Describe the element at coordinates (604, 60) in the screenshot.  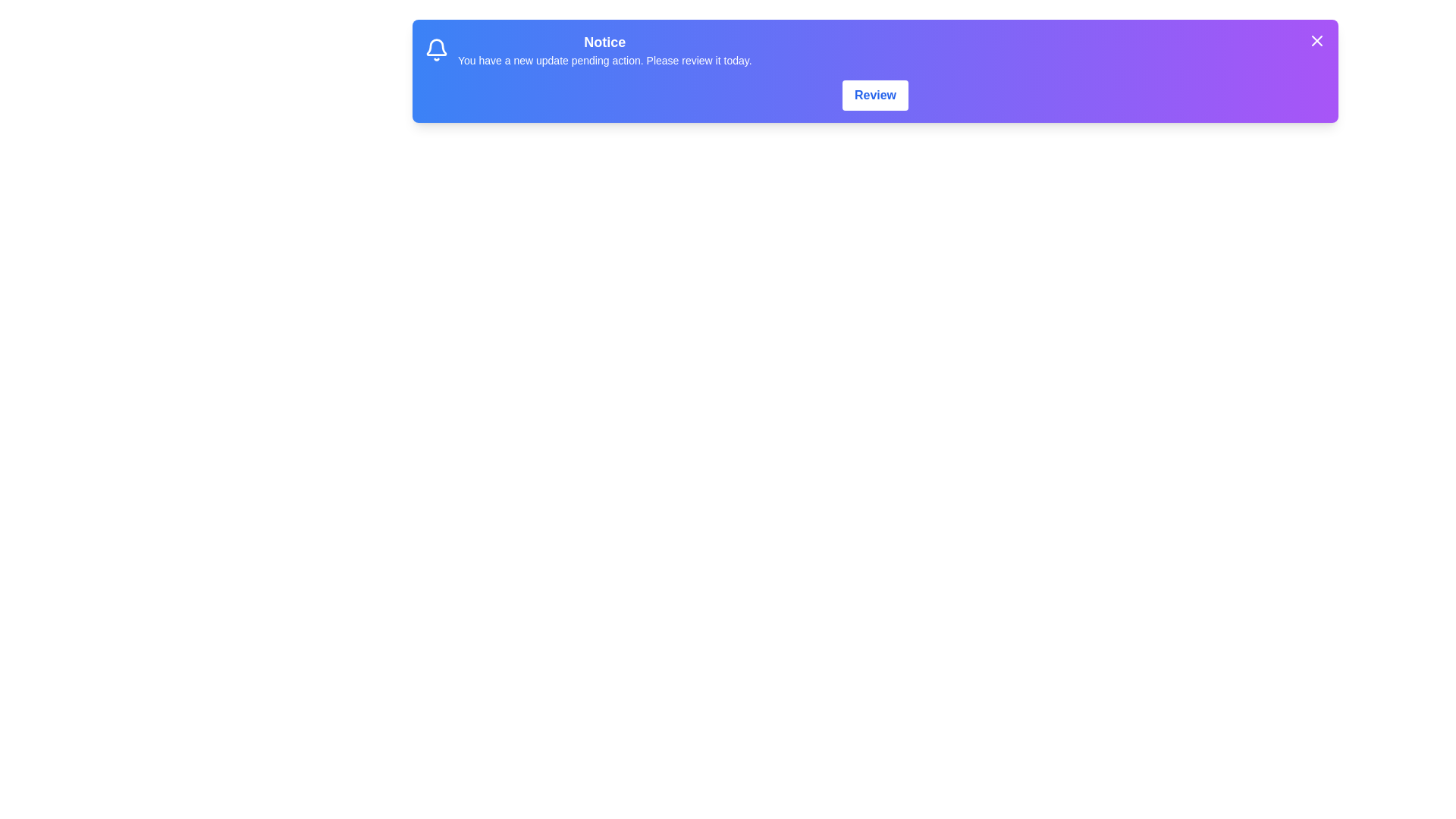
I see `text label that says 'You have a new update pending action. Please review it today.' positioned below the title 'Notice'` at that location.